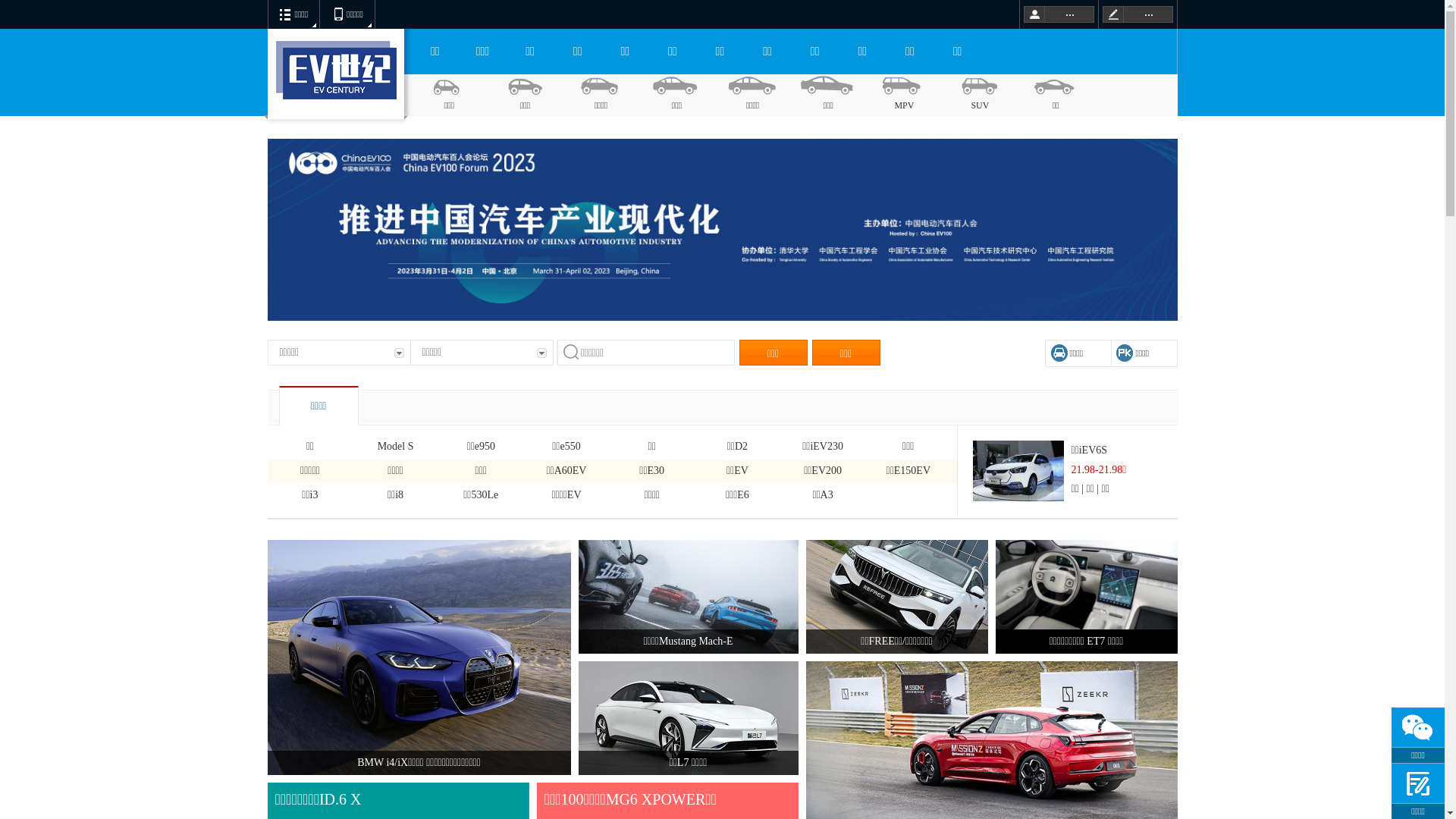  What do you see at coordinates (979, 95) in the screenshot?
I see `'SUV'` at bounding box center [979, 95].